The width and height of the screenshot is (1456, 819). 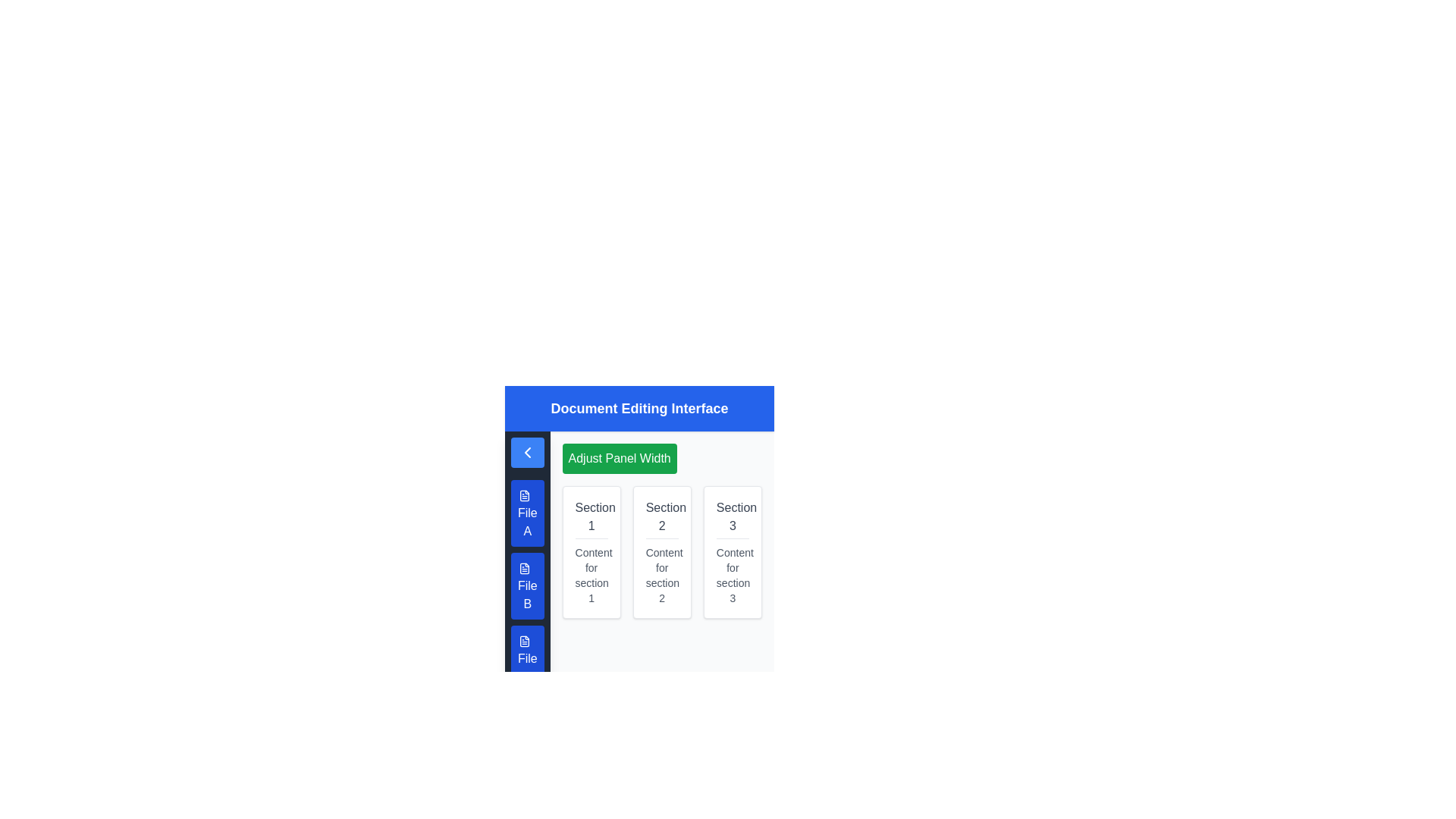 What do you see at coordinates (527, 585) in the screenshot?
I see `the second button in the vertical stack on the left side of the panel` at bounding box center [527, 585].